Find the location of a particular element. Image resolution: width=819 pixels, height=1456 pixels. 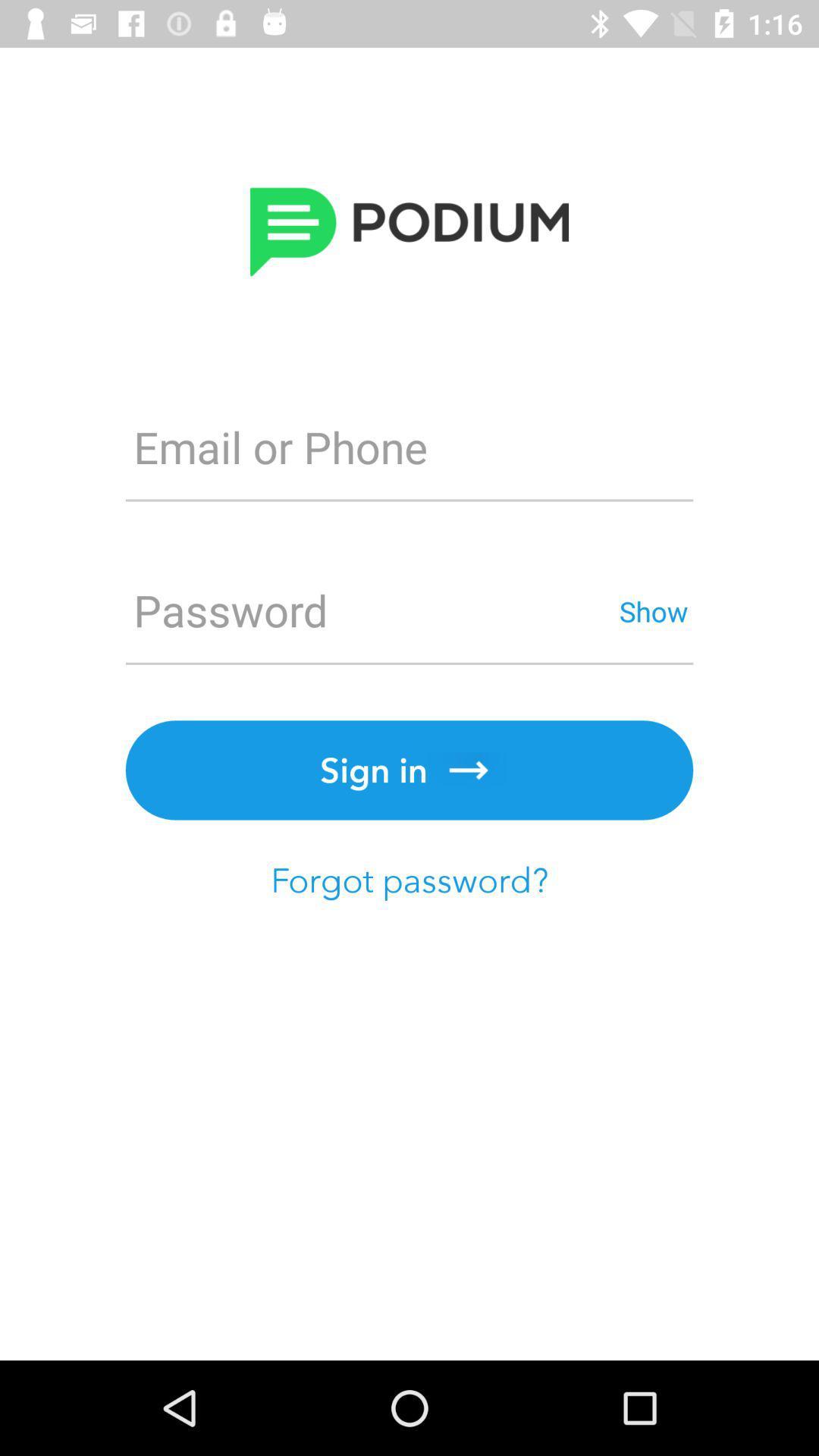

item next to show is located at coordinates (369, 610).